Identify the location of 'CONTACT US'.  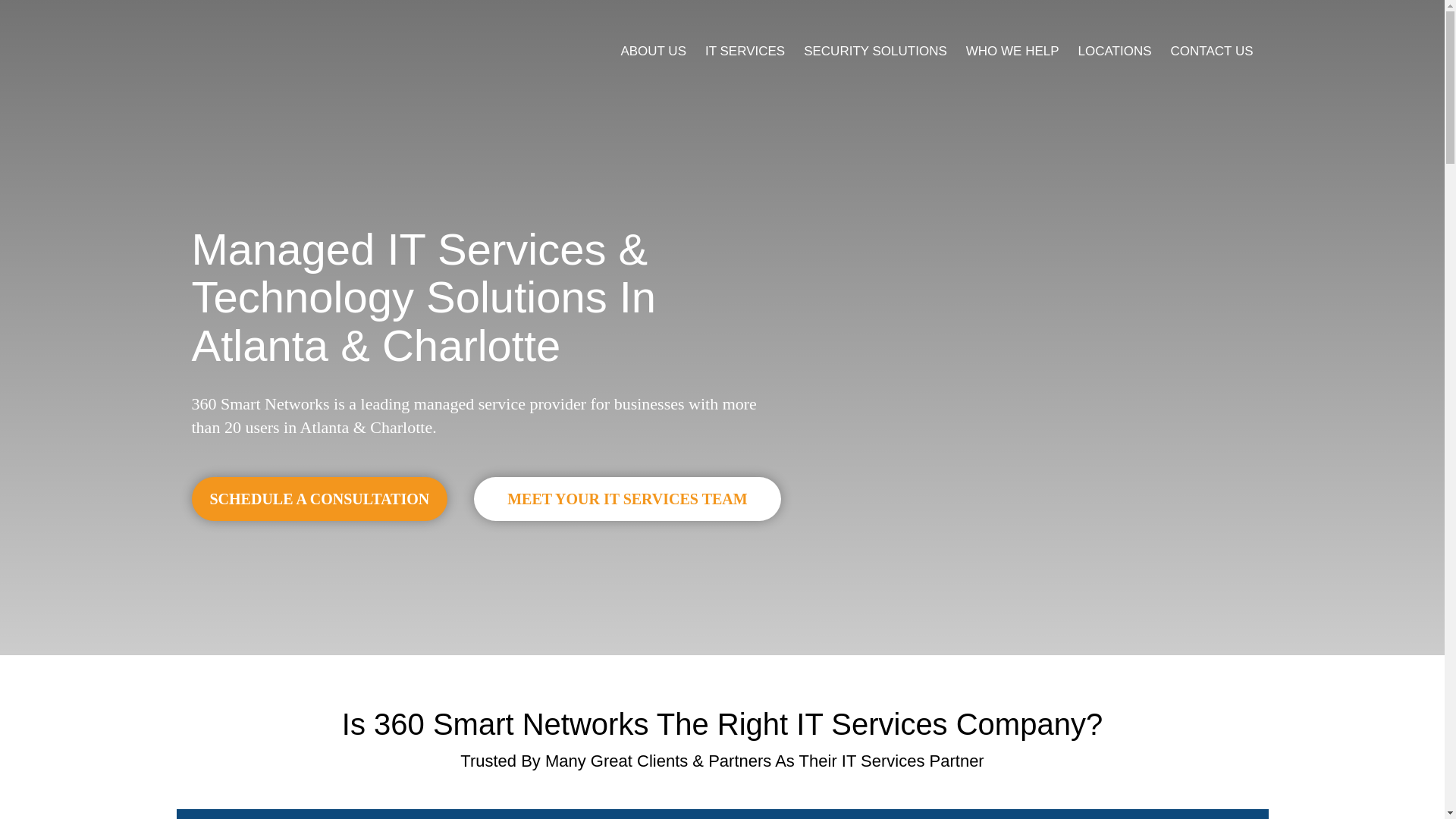
(1211, 50).